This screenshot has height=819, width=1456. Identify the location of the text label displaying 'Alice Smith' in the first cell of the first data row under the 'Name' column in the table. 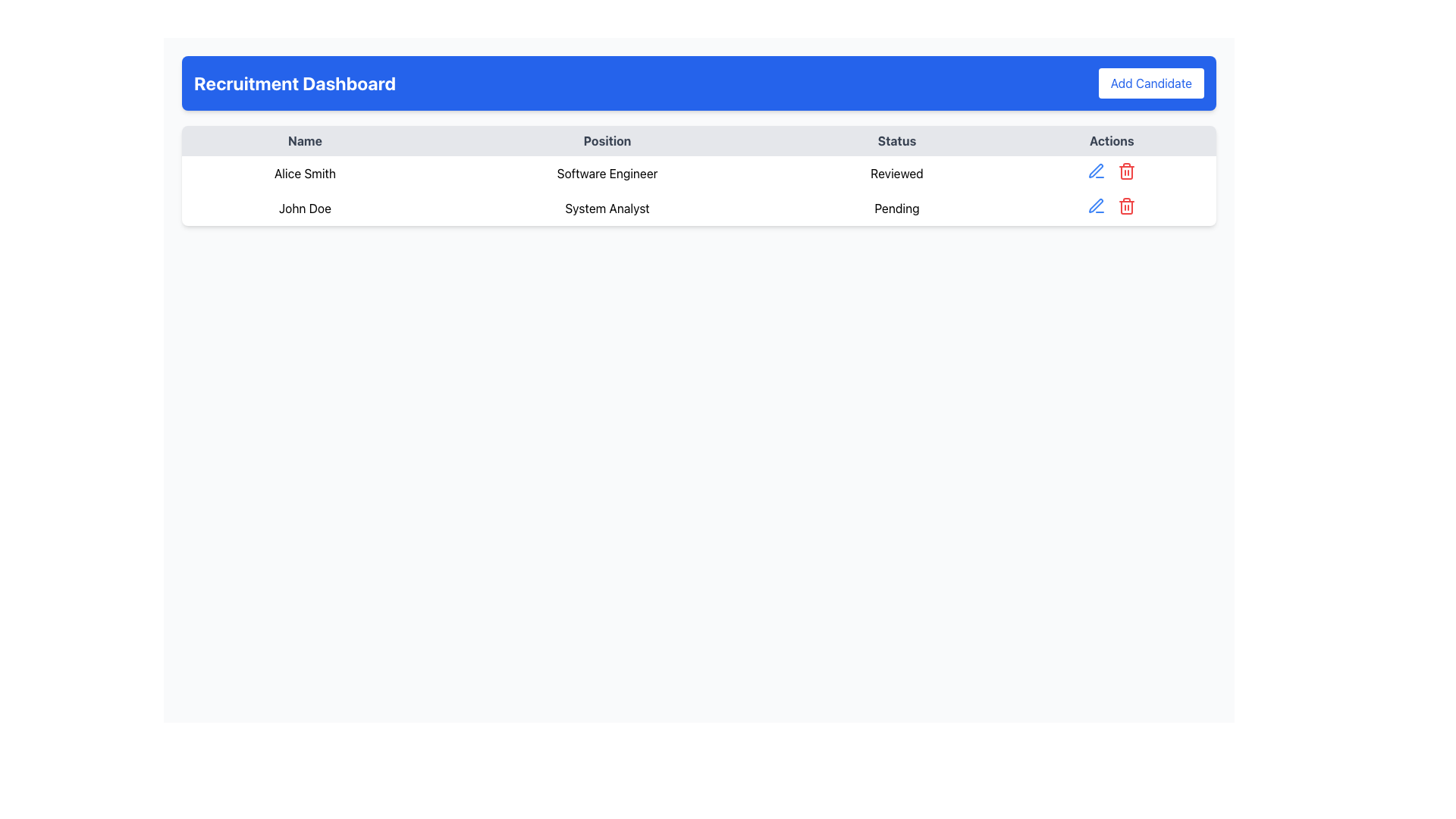
(304, 172).